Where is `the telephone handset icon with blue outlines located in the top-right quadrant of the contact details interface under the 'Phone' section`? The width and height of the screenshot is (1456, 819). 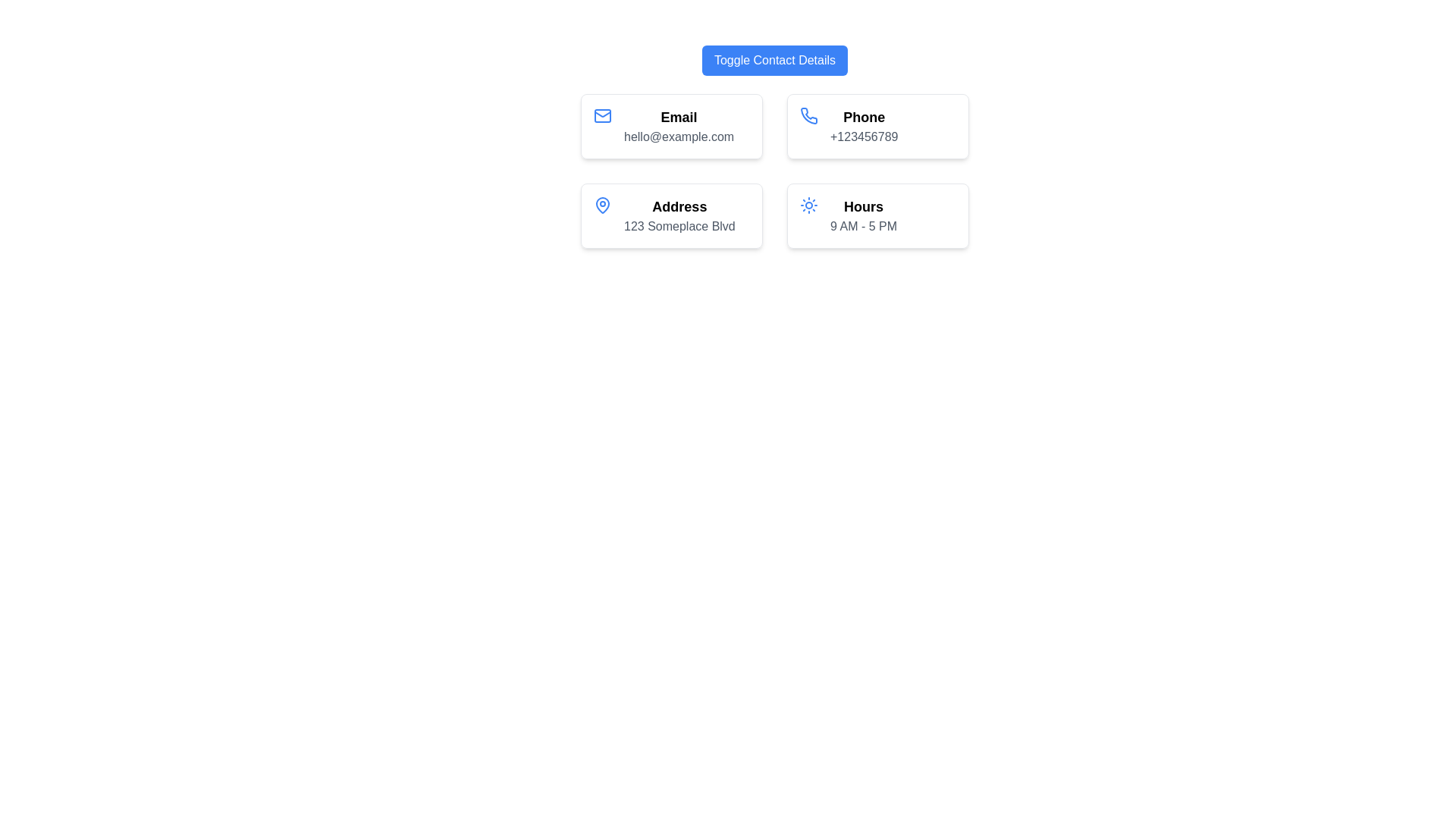 the telephone handset icon with blue outlines located in the top-right quadrant of the contact details interface under the 'Phone' section is located at coordinates (808, 115).